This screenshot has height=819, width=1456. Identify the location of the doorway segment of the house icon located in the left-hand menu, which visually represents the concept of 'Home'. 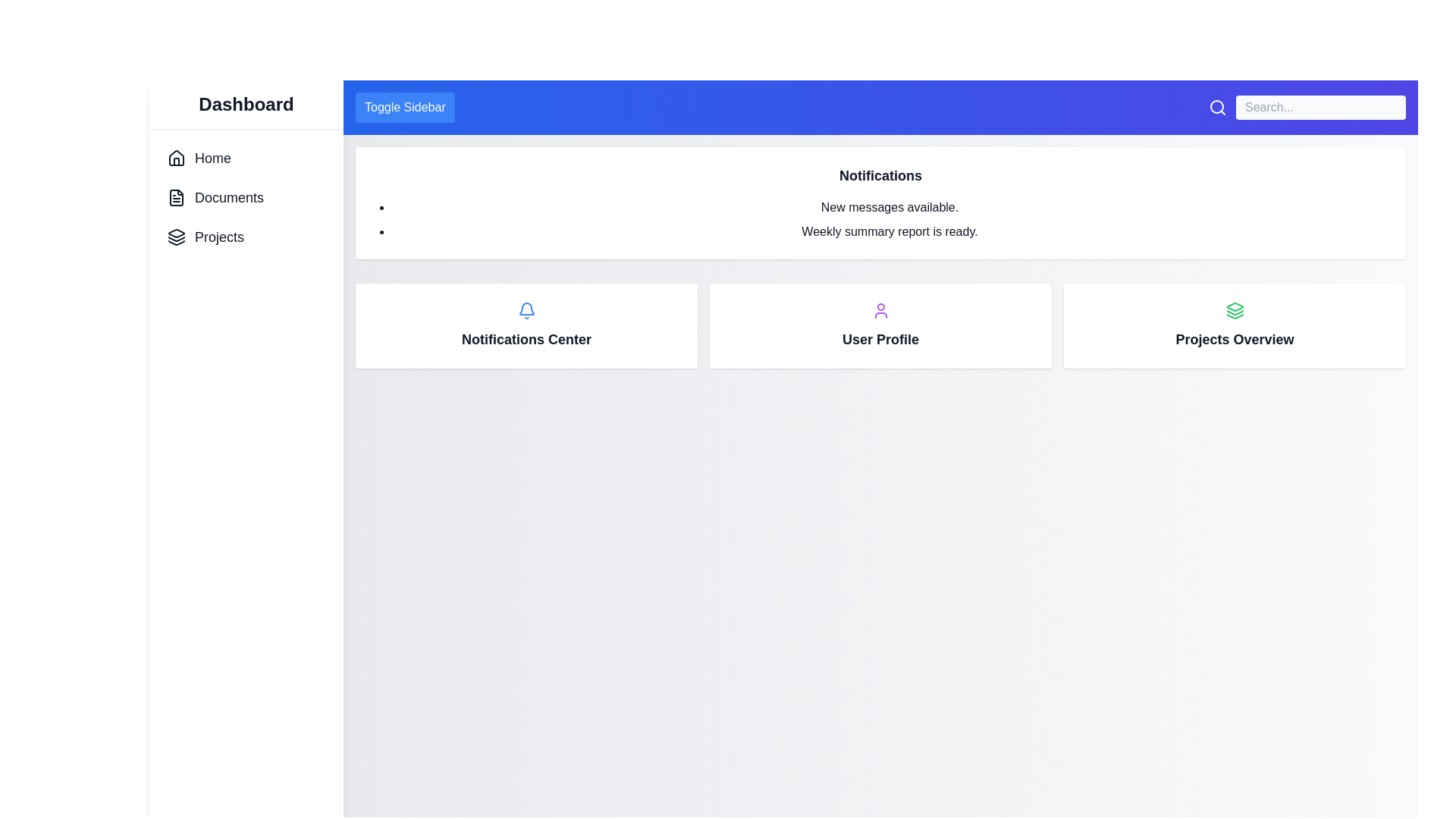
(177, 162).